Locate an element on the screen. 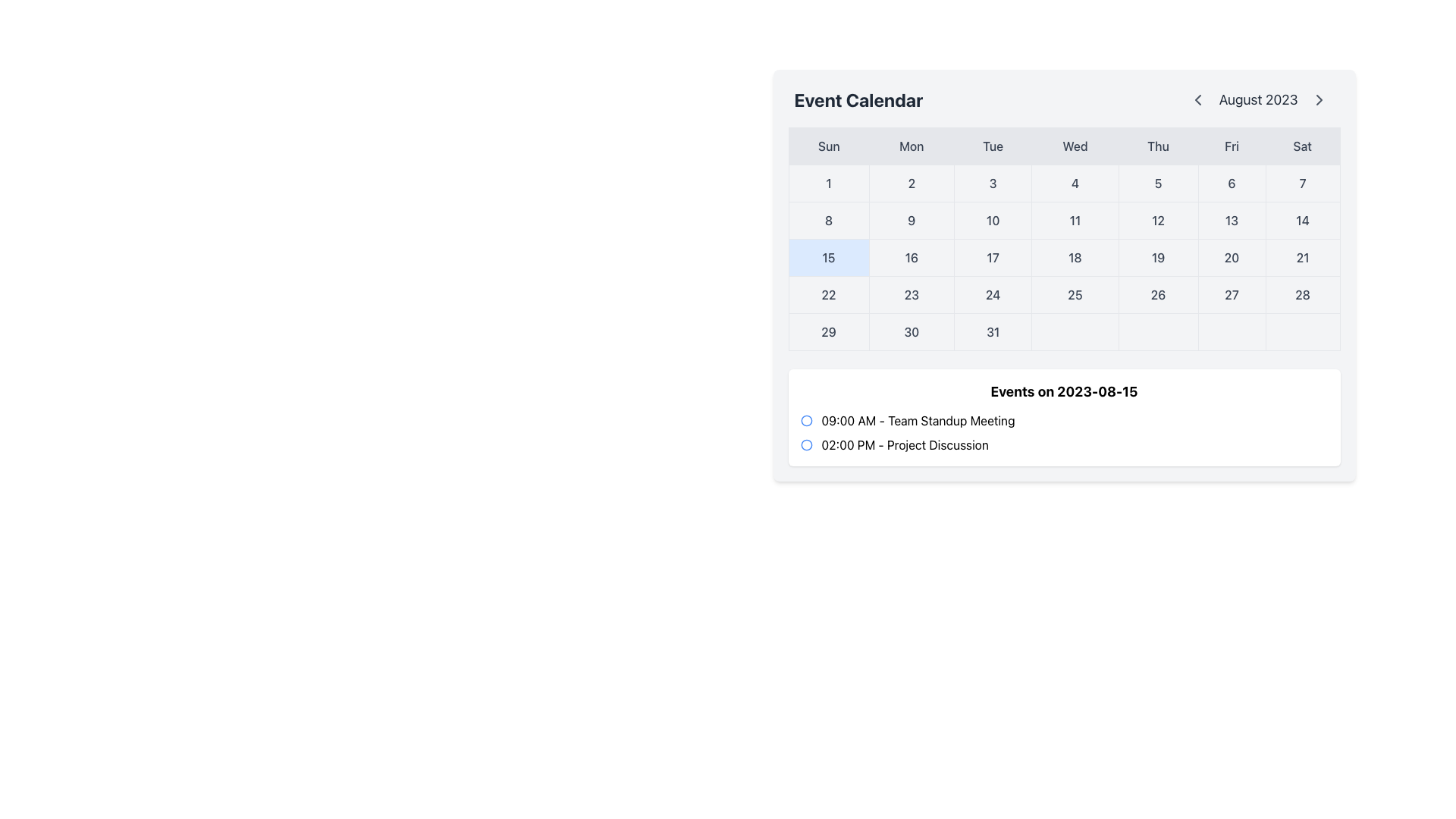 This screenshot has height=819, width=1456. the clickable calendar date representing the day 27, located between the dates 26 and 28 in the displayed month is located at coordinates (1232, 295).